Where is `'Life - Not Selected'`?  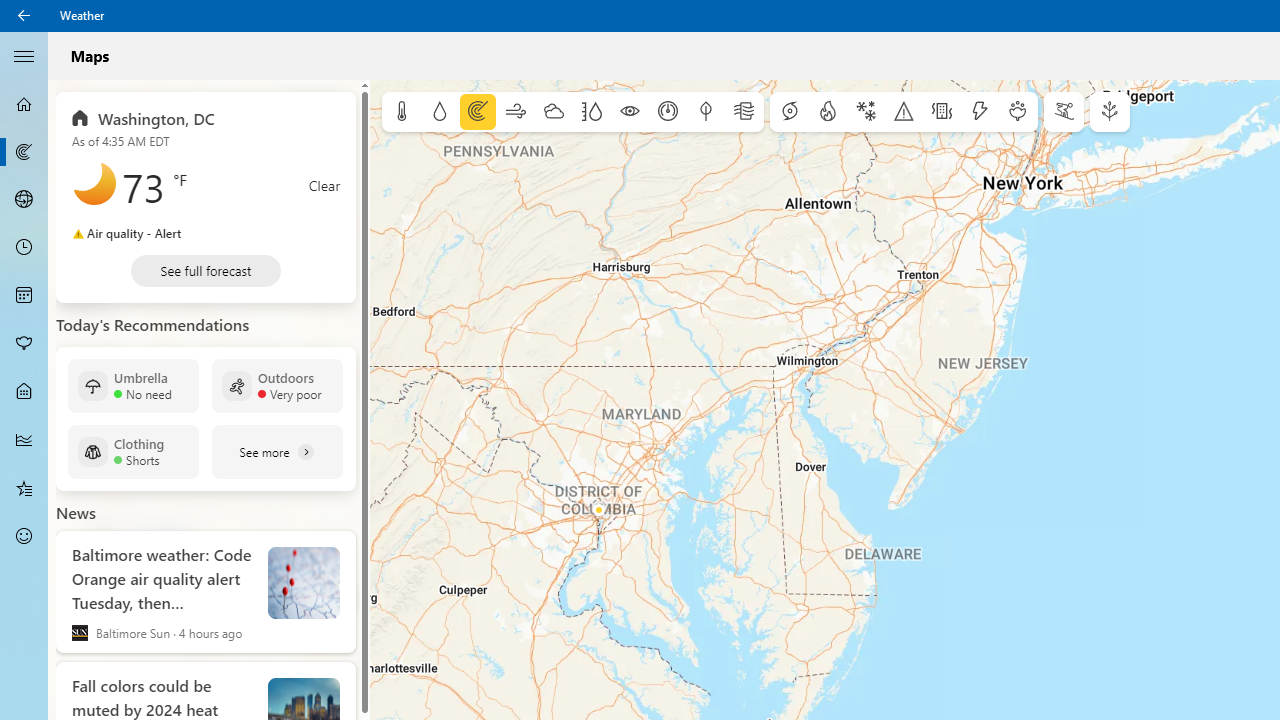
'Life - Not Selected' is located at coordinates (24, 392).